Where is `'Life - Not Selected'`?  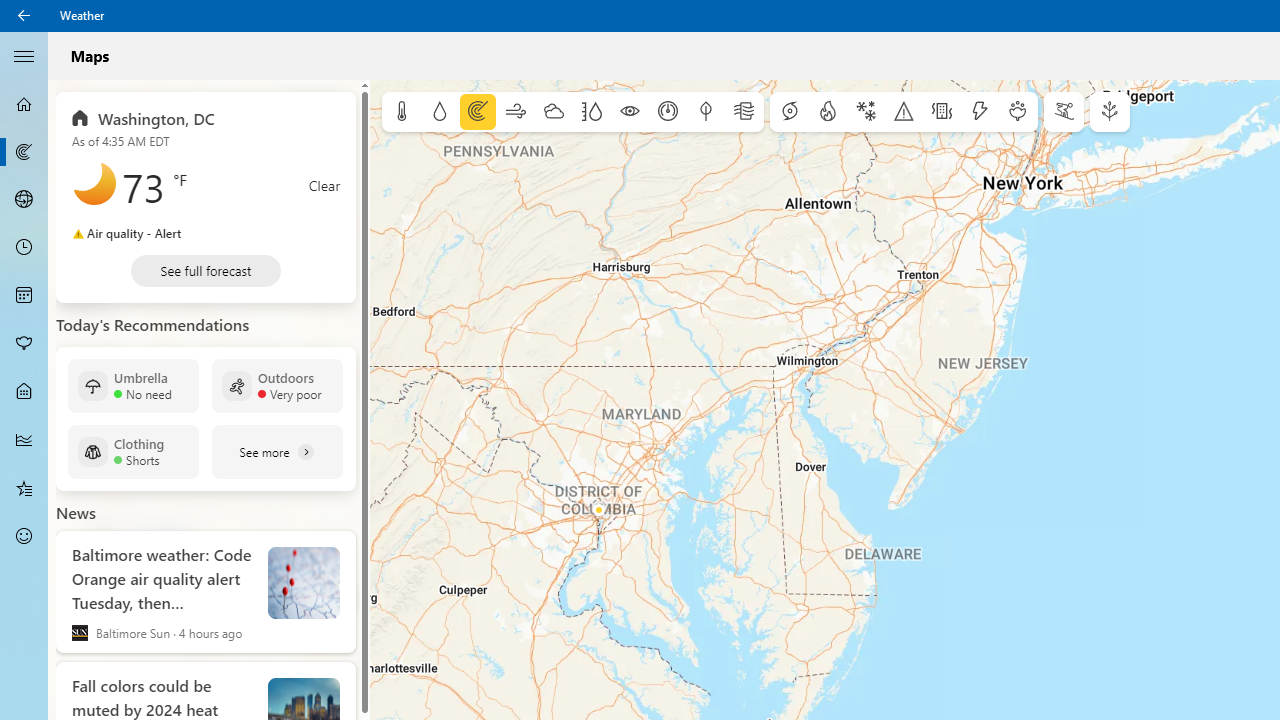
'Life - Not Selected' is located at coordinates (24, 392).